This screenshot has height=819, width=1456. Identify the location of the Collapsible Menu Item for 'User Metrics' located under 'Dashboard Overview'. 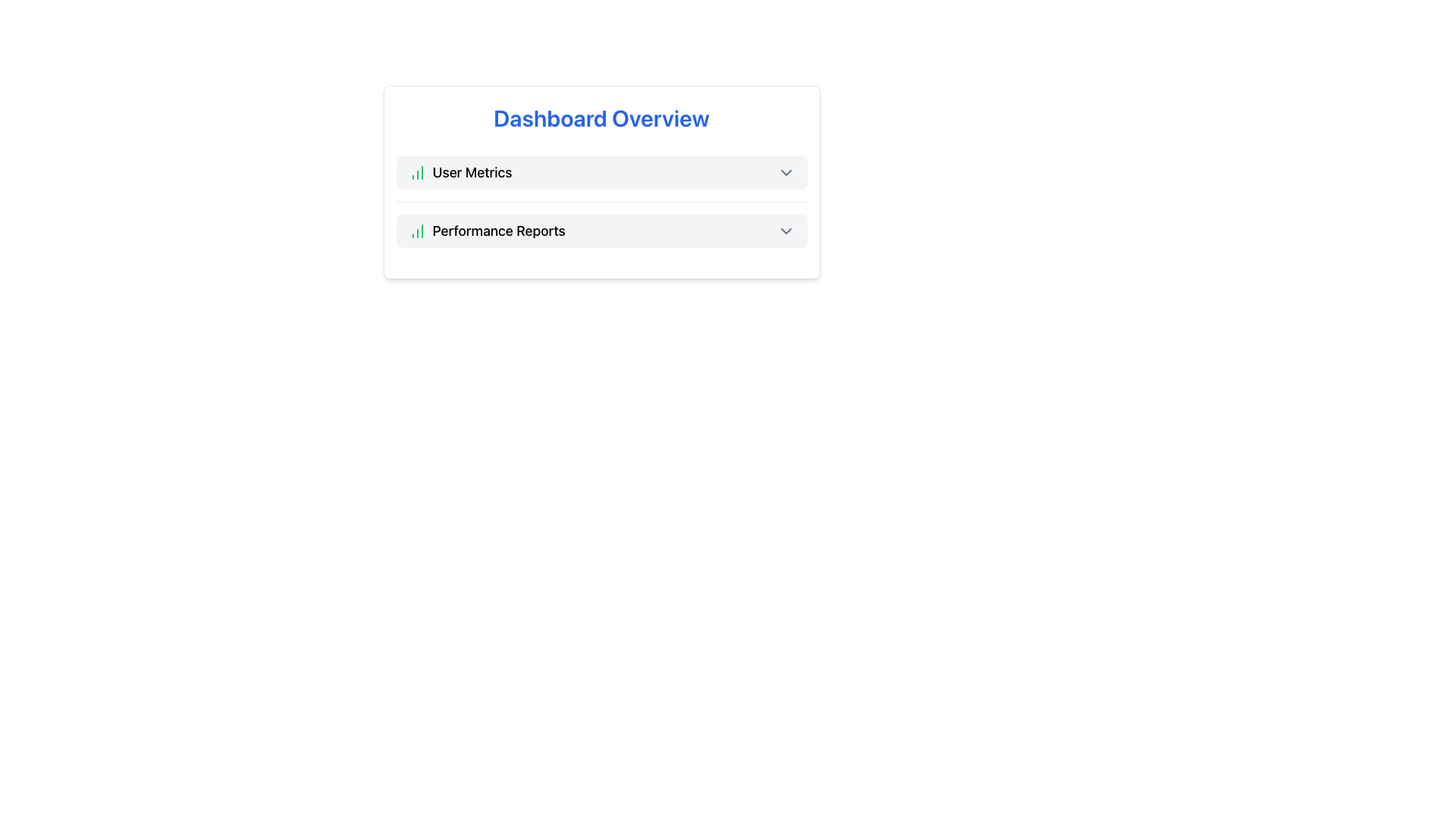
(601, 171).